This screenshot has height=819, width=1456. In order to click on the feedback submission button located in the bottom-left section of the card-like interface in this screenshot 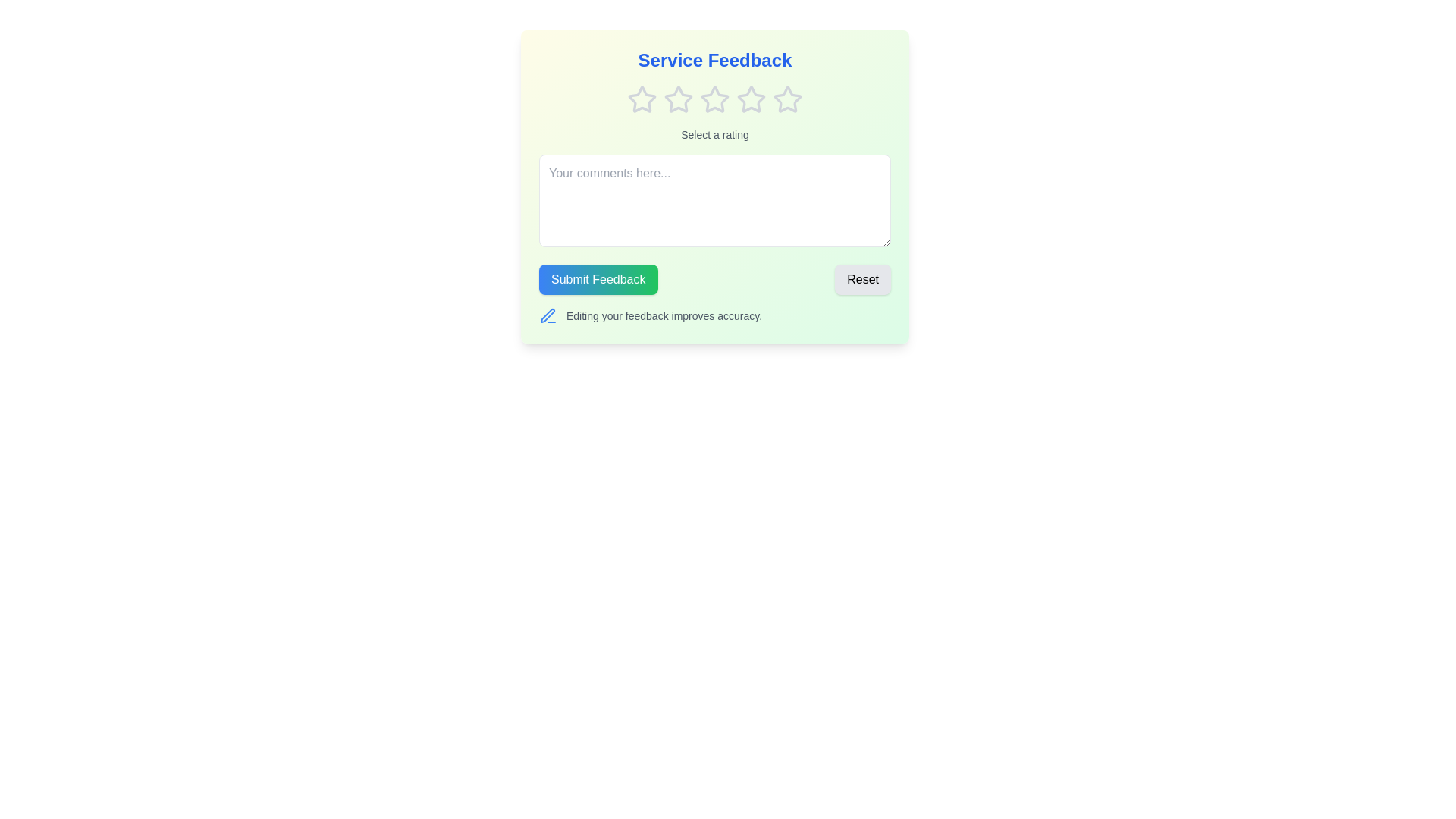, I will do `click(598, 280)`.